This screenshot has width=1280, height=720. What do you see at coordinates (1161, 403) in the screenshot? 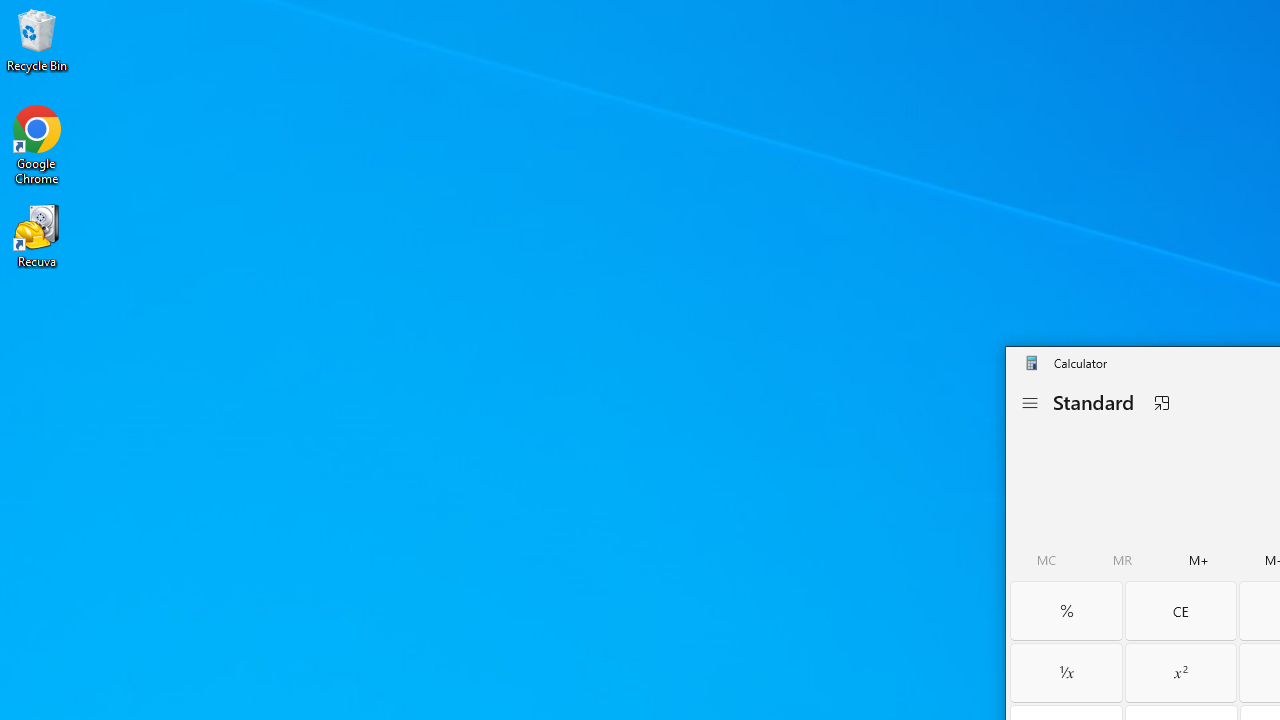
I see `'Keep on top'` at bounding box center [1161, 403].